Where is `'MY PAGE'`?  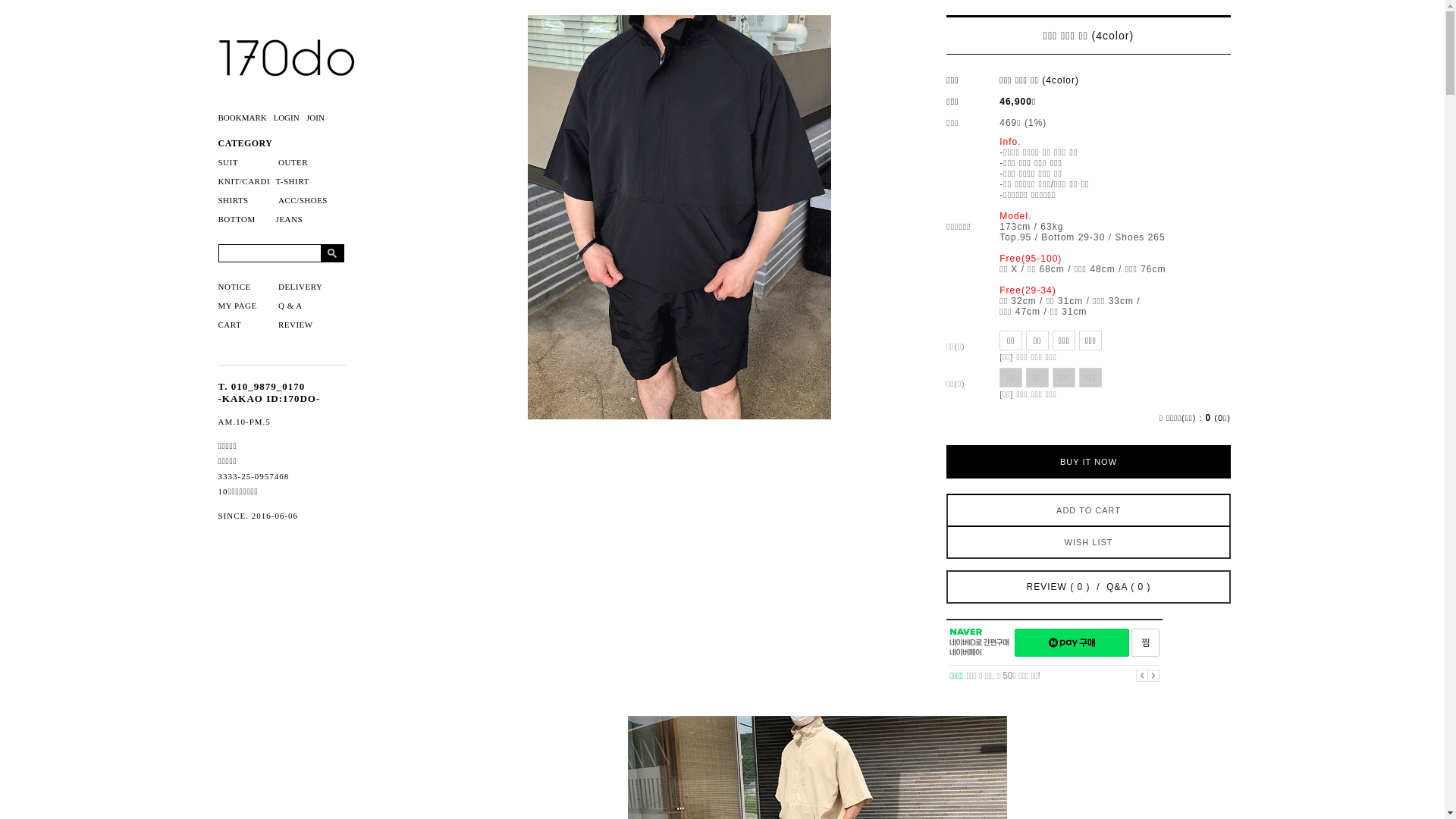 'MY PAGE' is located at coordinates (237, 305).